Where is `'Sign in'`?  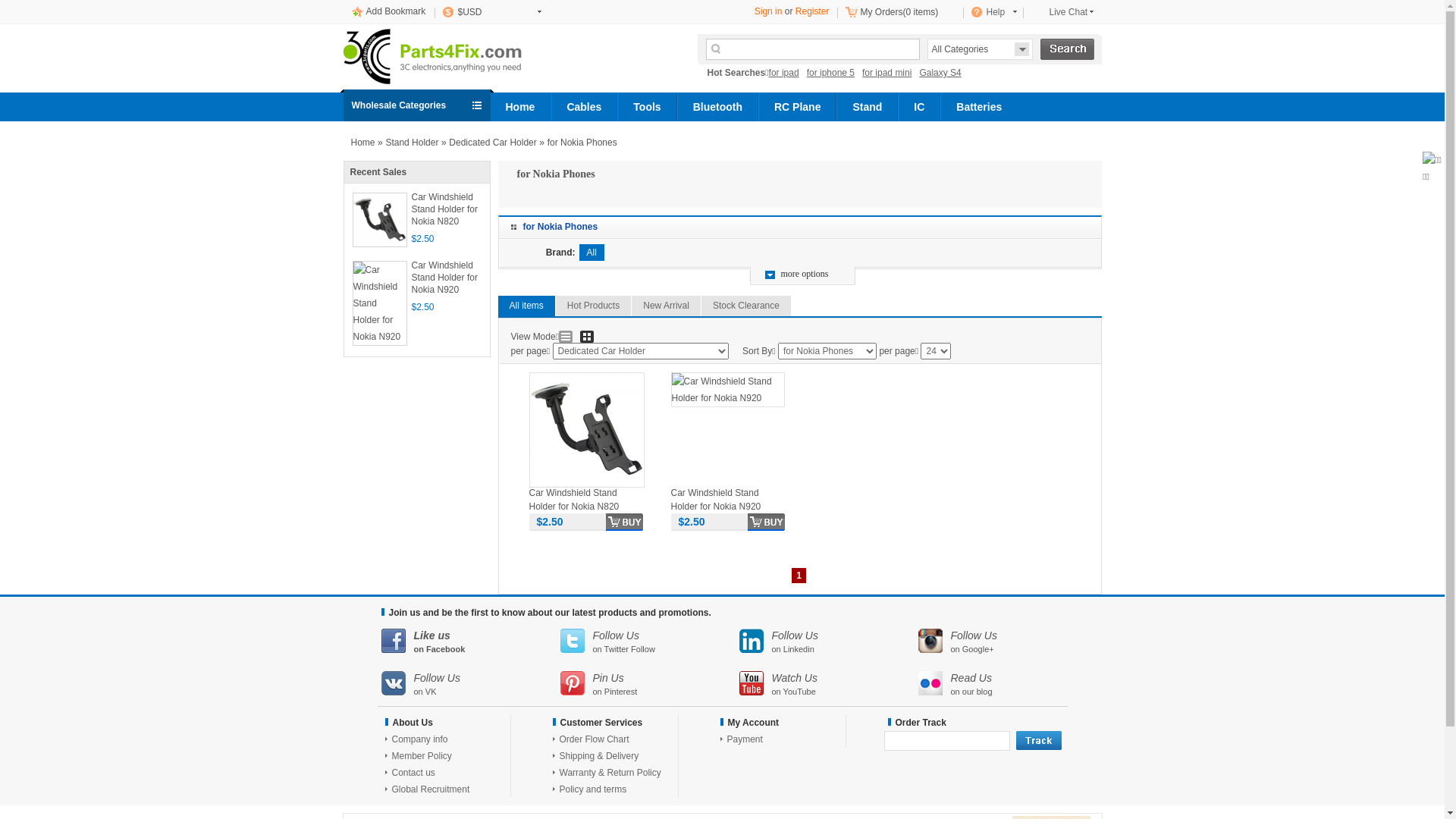
'Sign in' is located at coordinates (768, 11).